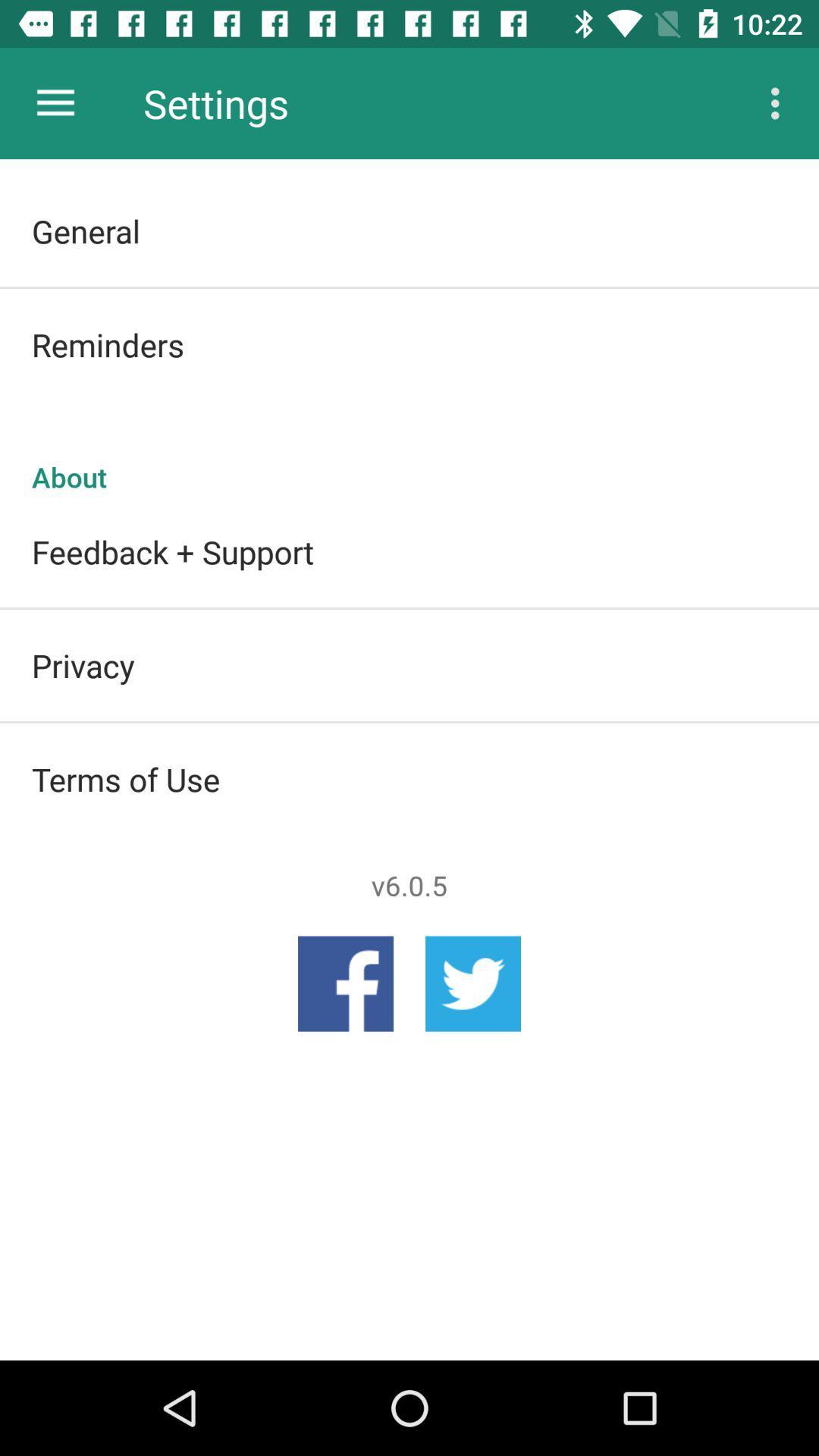 This screenshot has height=1456, width=819. Describe the element at coordinates (779, 102) in the screenshot. I see `icon to the right of settings app` at that location.